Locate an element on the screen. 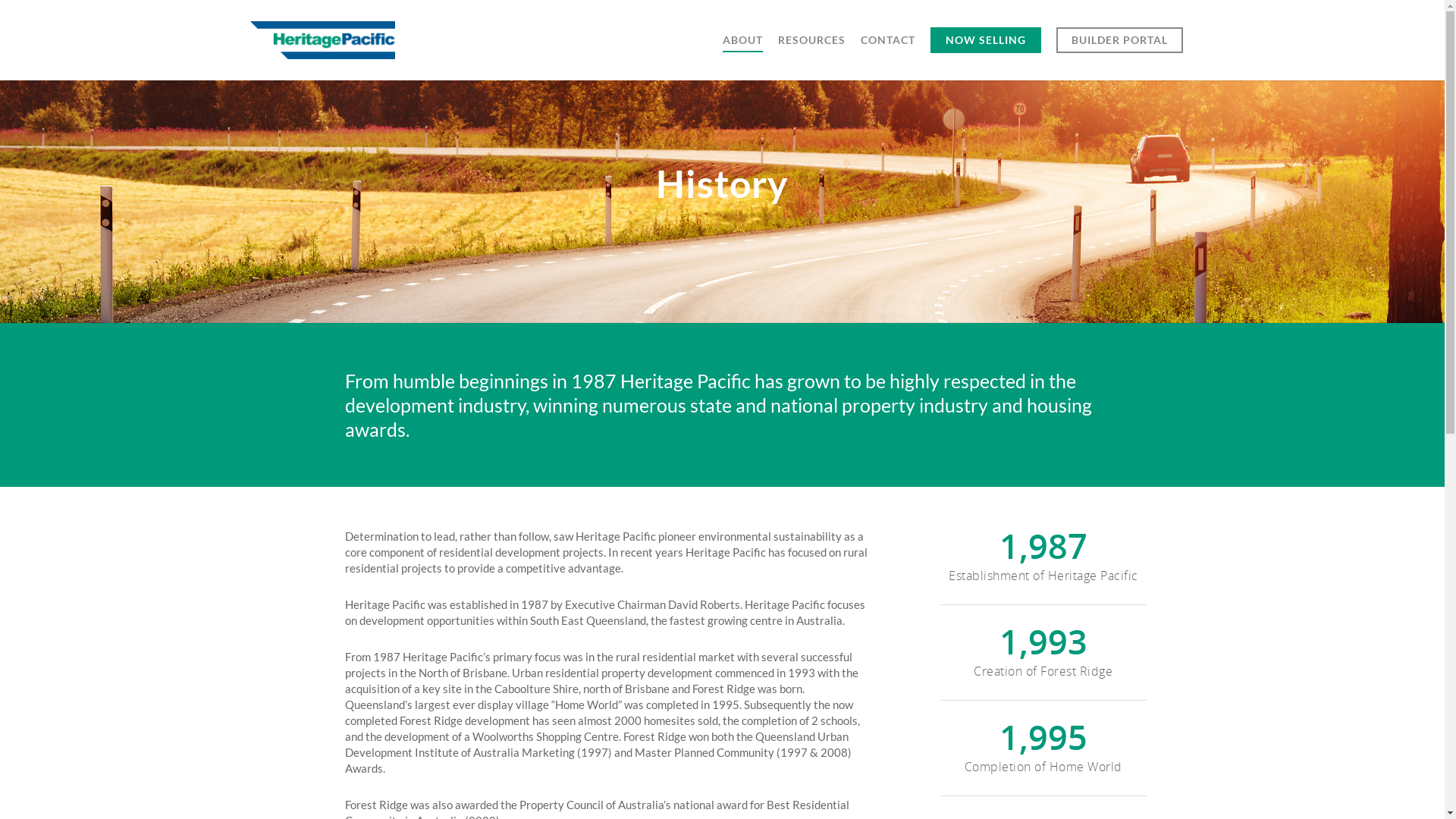  'ABOUT' is located at coordinates (742, 49).